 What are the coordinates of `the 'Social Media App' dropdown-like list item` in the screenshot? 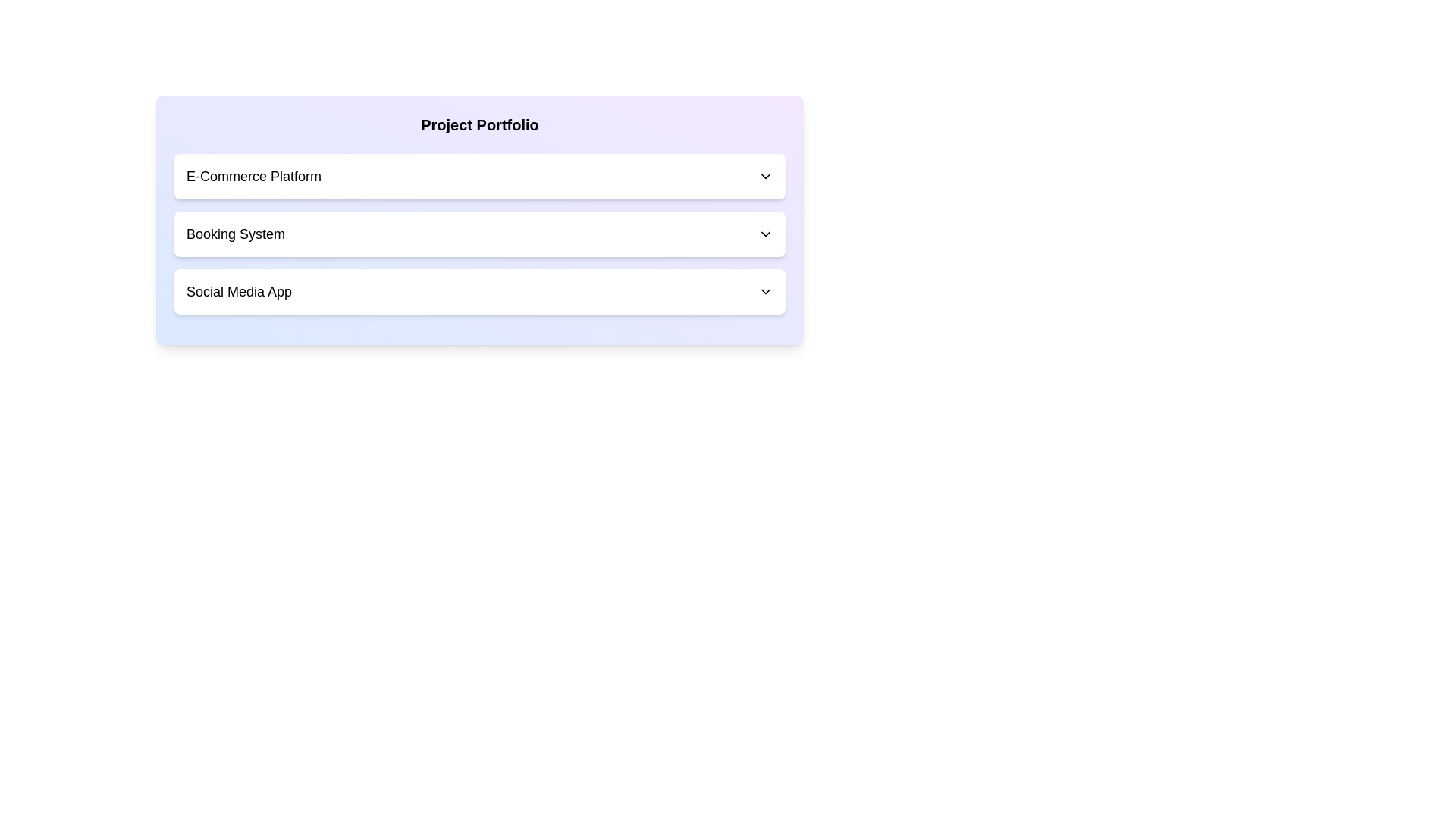 It's located at (479, 292).